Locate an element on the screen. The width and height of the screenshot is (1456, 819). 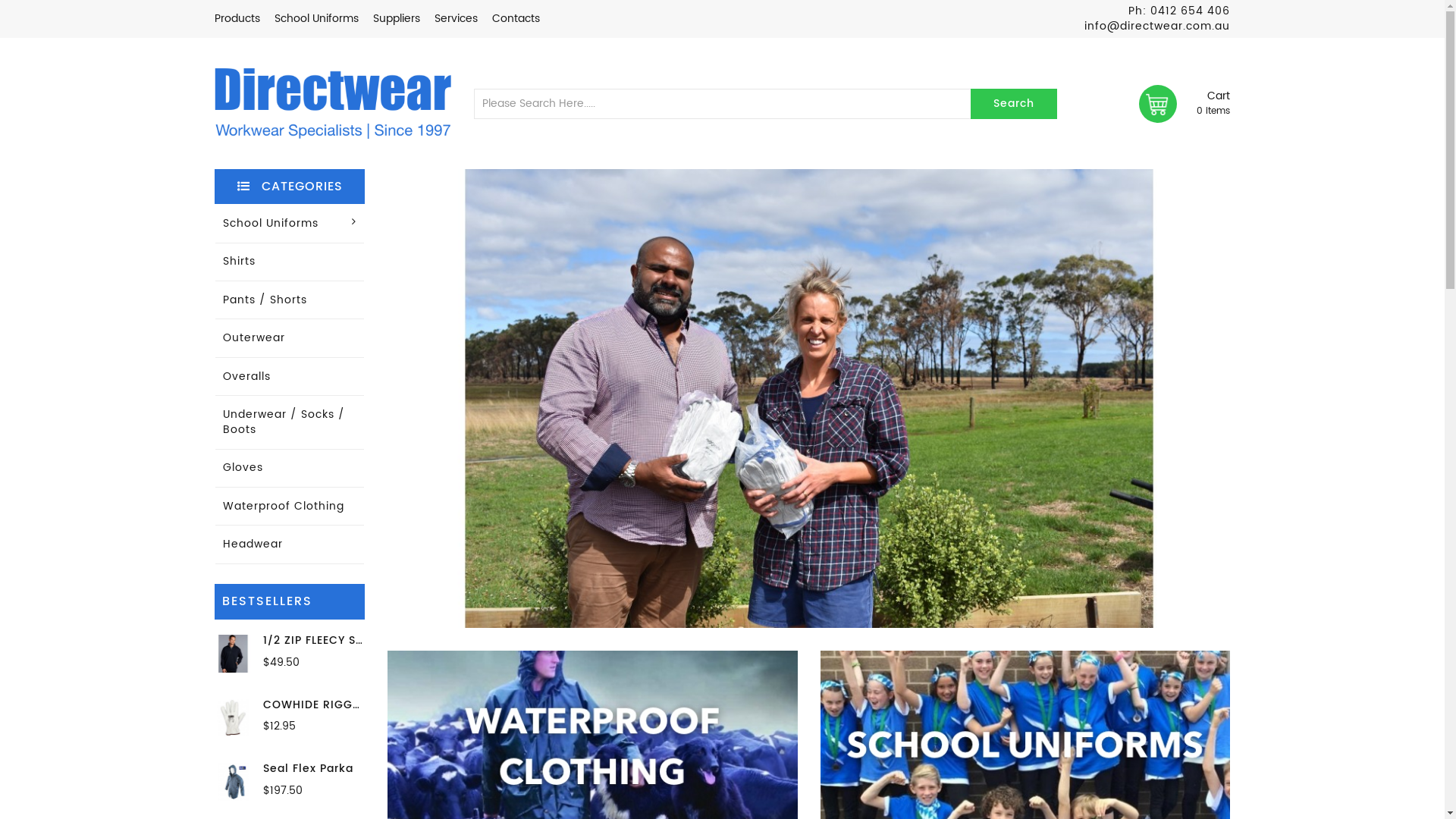
'Gloves' is located at coordinates (290, 467).